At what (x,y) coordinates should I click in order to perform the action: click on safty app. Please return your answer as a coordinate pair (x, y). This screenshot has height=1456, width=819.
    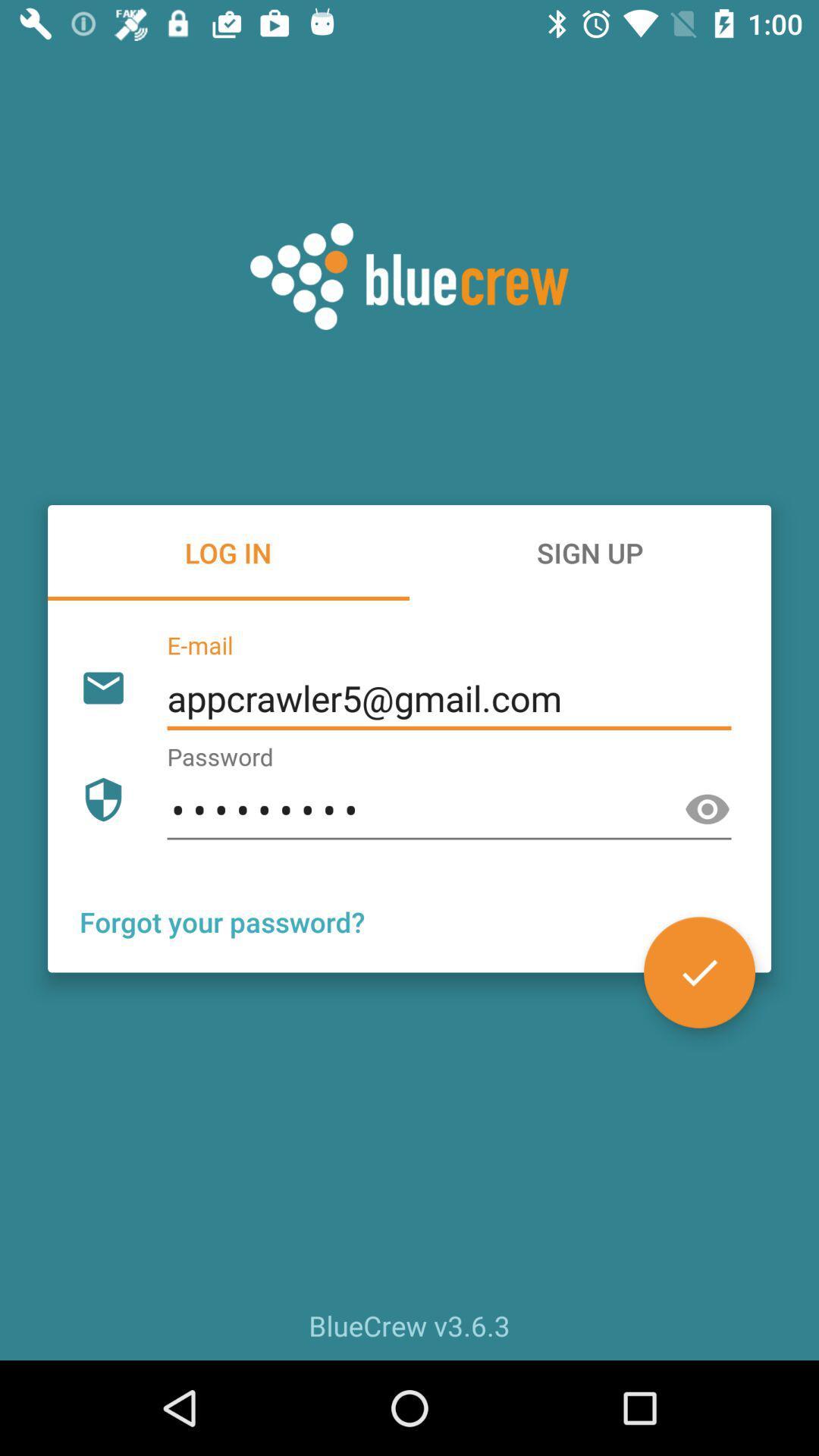
    Looking at the image, I should click on (708, 809).